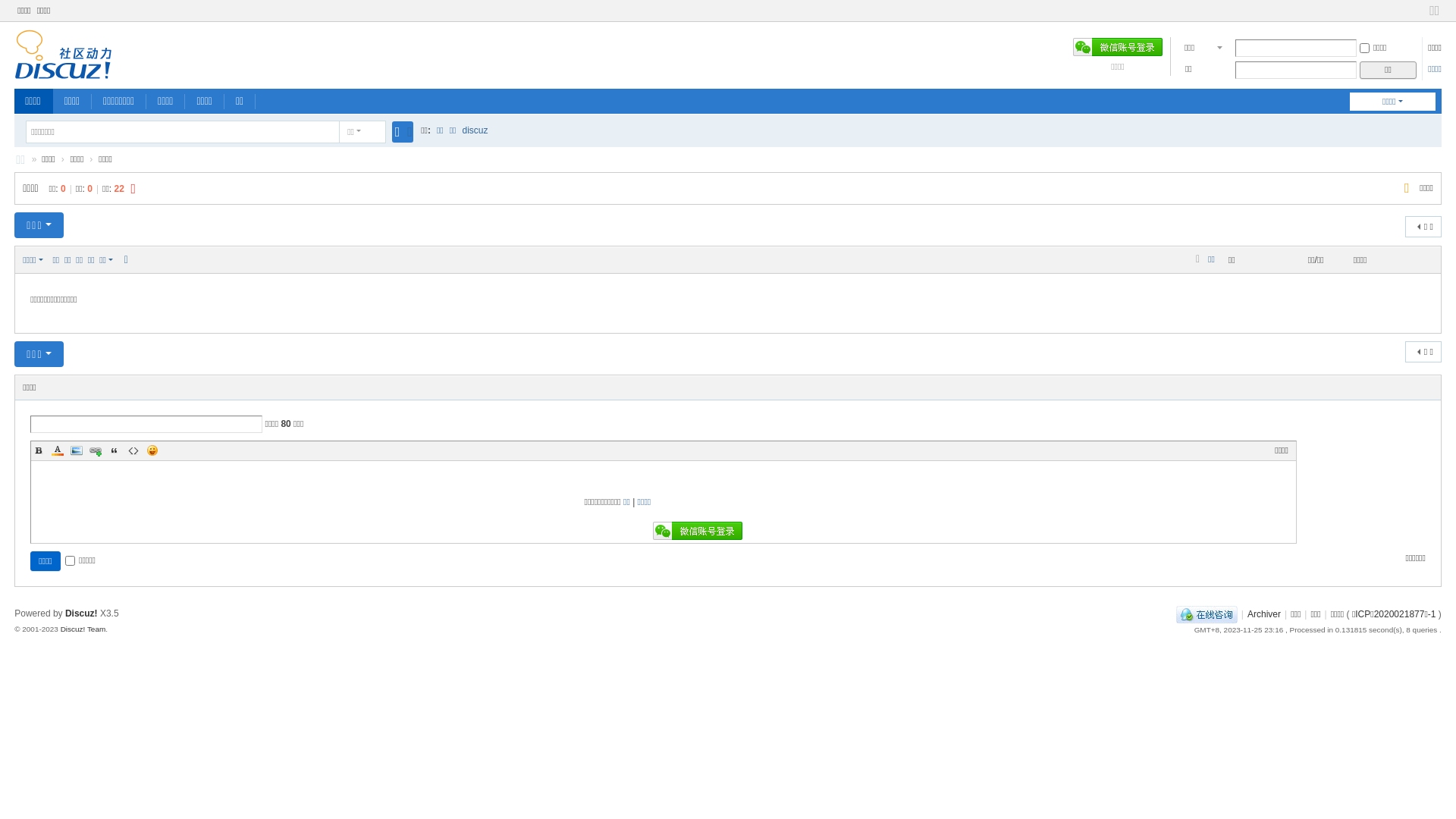  I want to click on 'discuz', so click(461, 130).